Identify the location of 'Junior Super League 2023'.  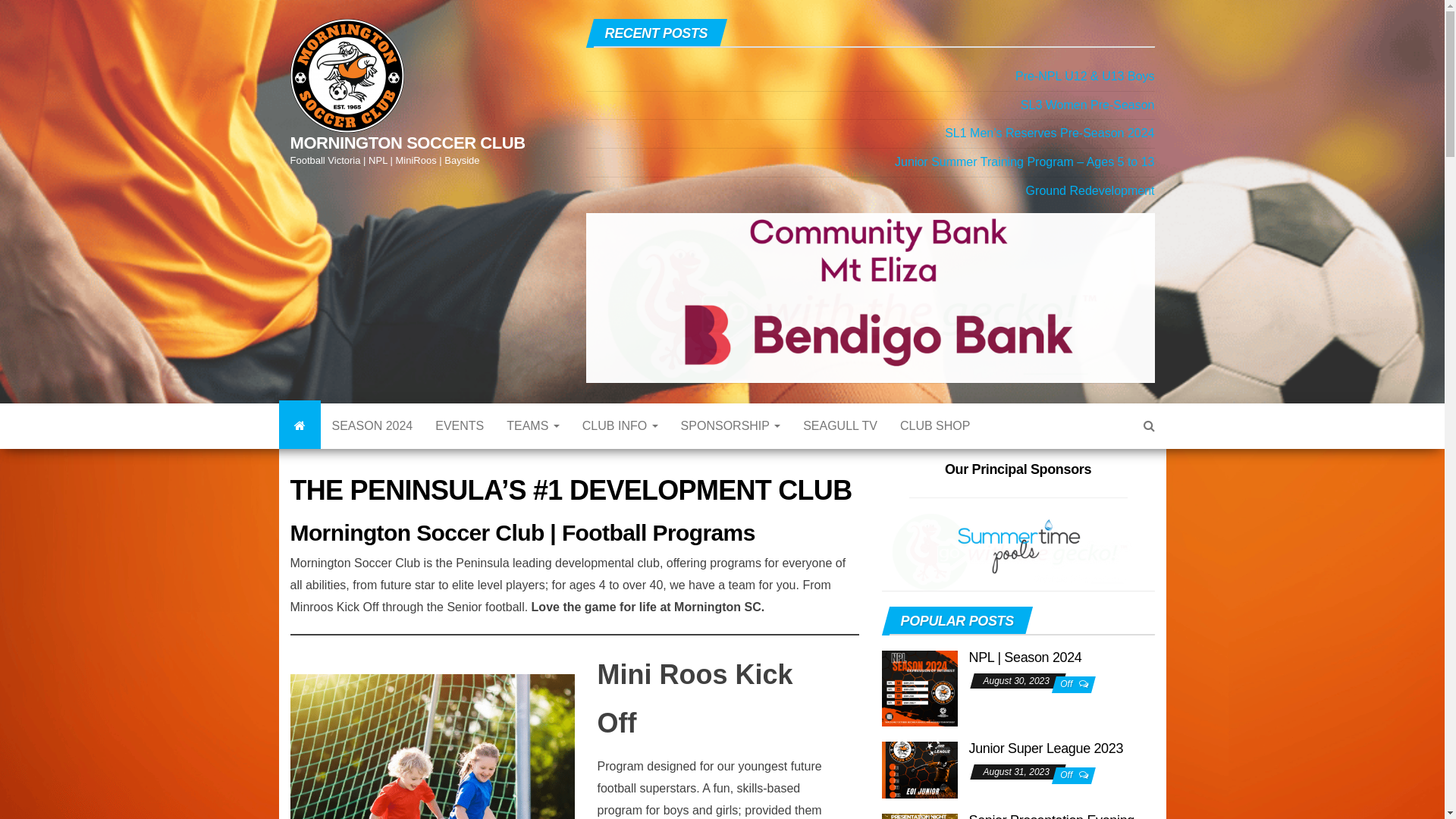
(880, 780).